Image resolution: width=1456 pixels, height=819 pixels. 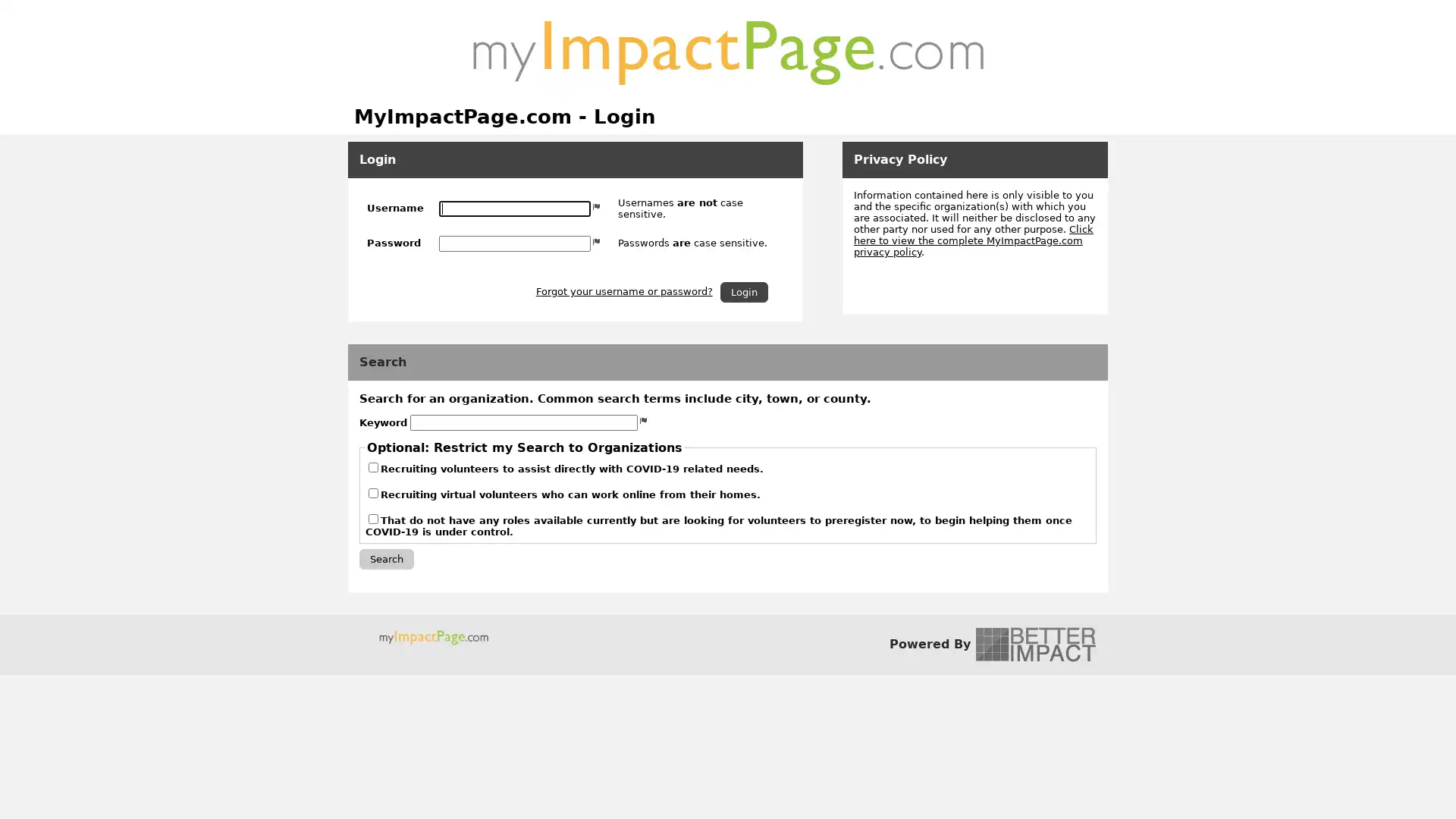 What do you see at coordinates (386, 558) in the screenshot?
I see `Search` at bounding box center [386, 558].